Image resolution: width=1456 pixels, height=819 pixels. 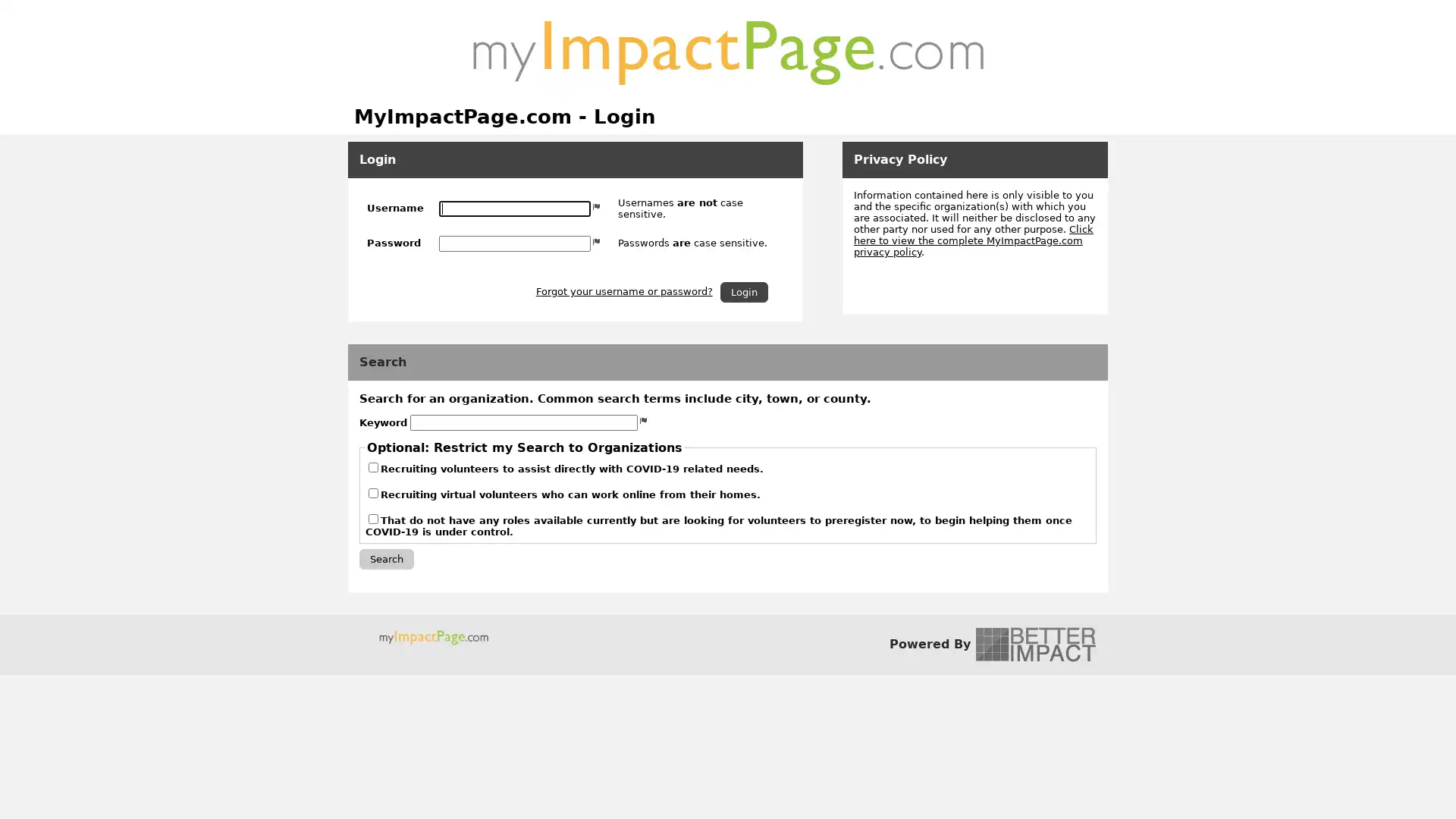 What do you see at coordinates (386, 558) in the screenshot?
I see `Search` at bounding box center [386, 558].